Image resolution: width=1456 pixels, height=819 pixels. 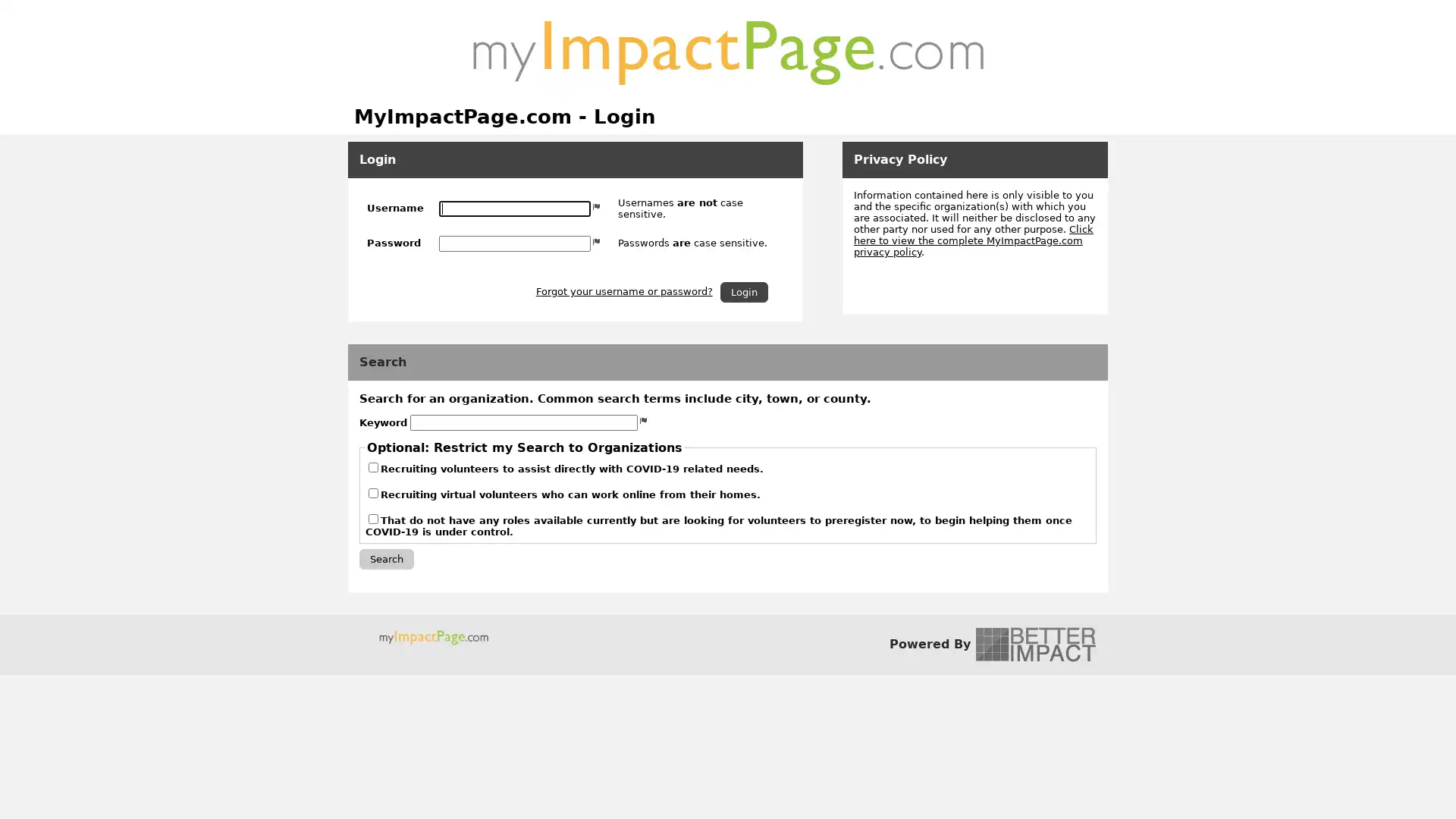 What do you see at coordinates (386, 558) in the screenshot?
I see `Search` at bounding box center [386, 558].